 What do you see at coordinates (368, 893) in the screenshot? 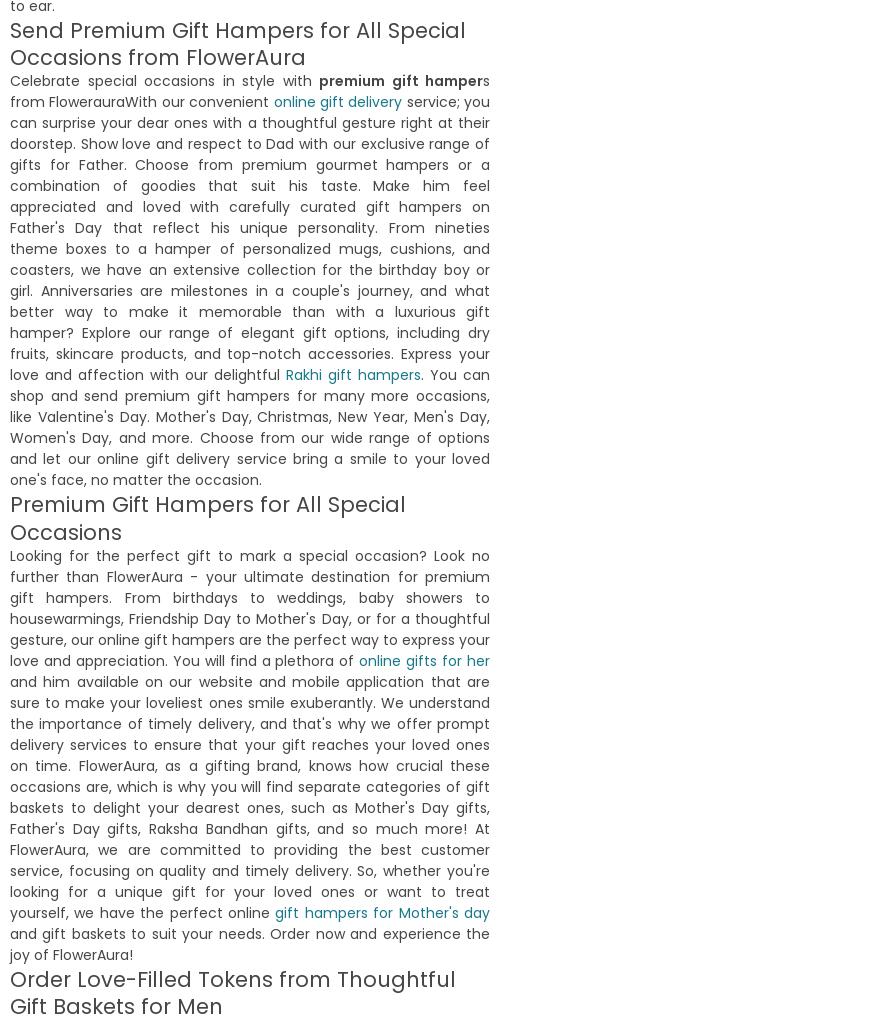
I see `'Fully satisfied the way team responds to any query. Fast delivery and good quality. 
Best place to express your love on your loved once.'` at bounding box center [368, 893].